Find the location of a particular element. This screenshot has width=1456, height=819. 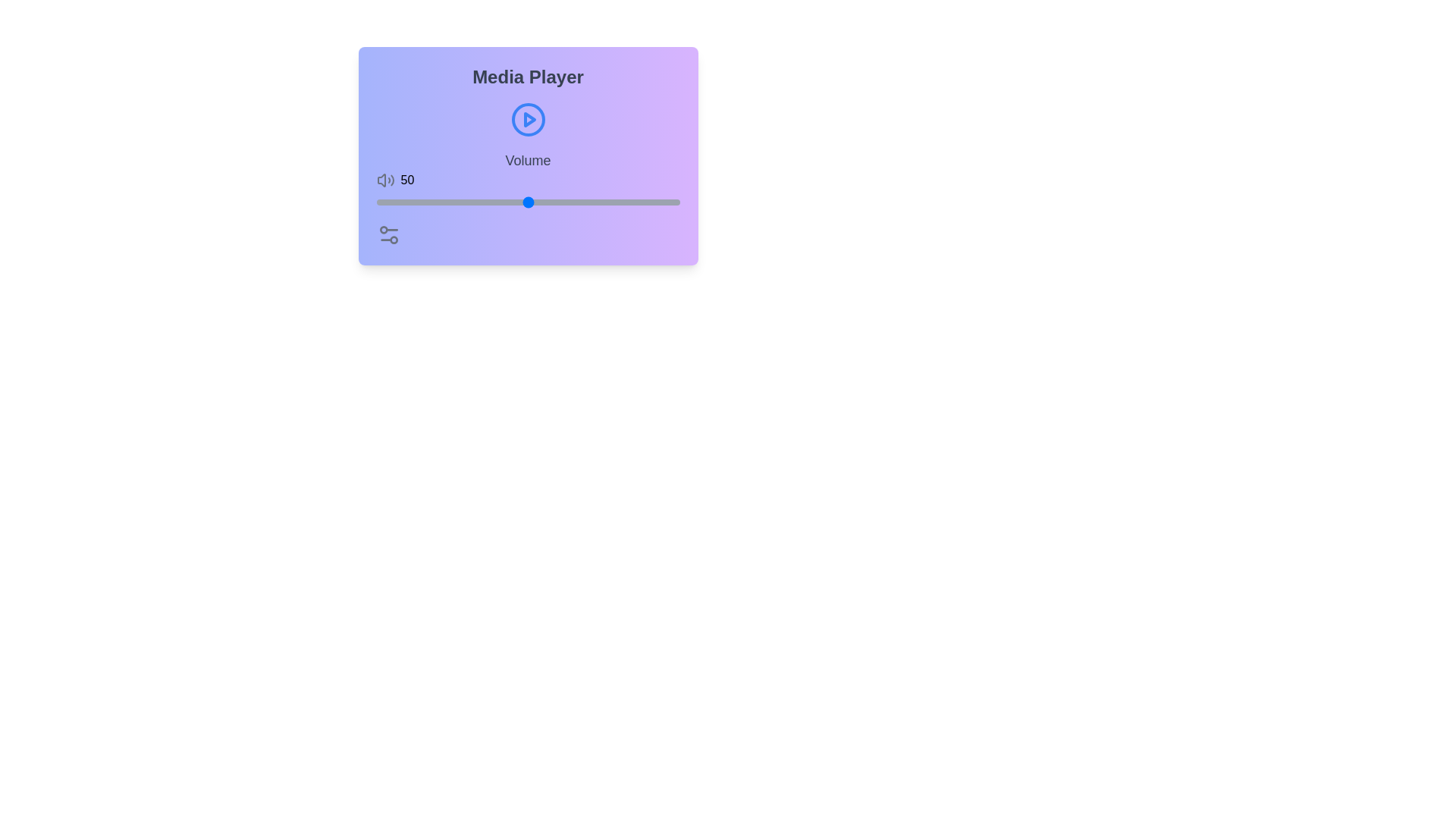

the circular play button located at the top center of the interface, which is adjacent to the 'Volume' label is located at coordinates (528, 119).